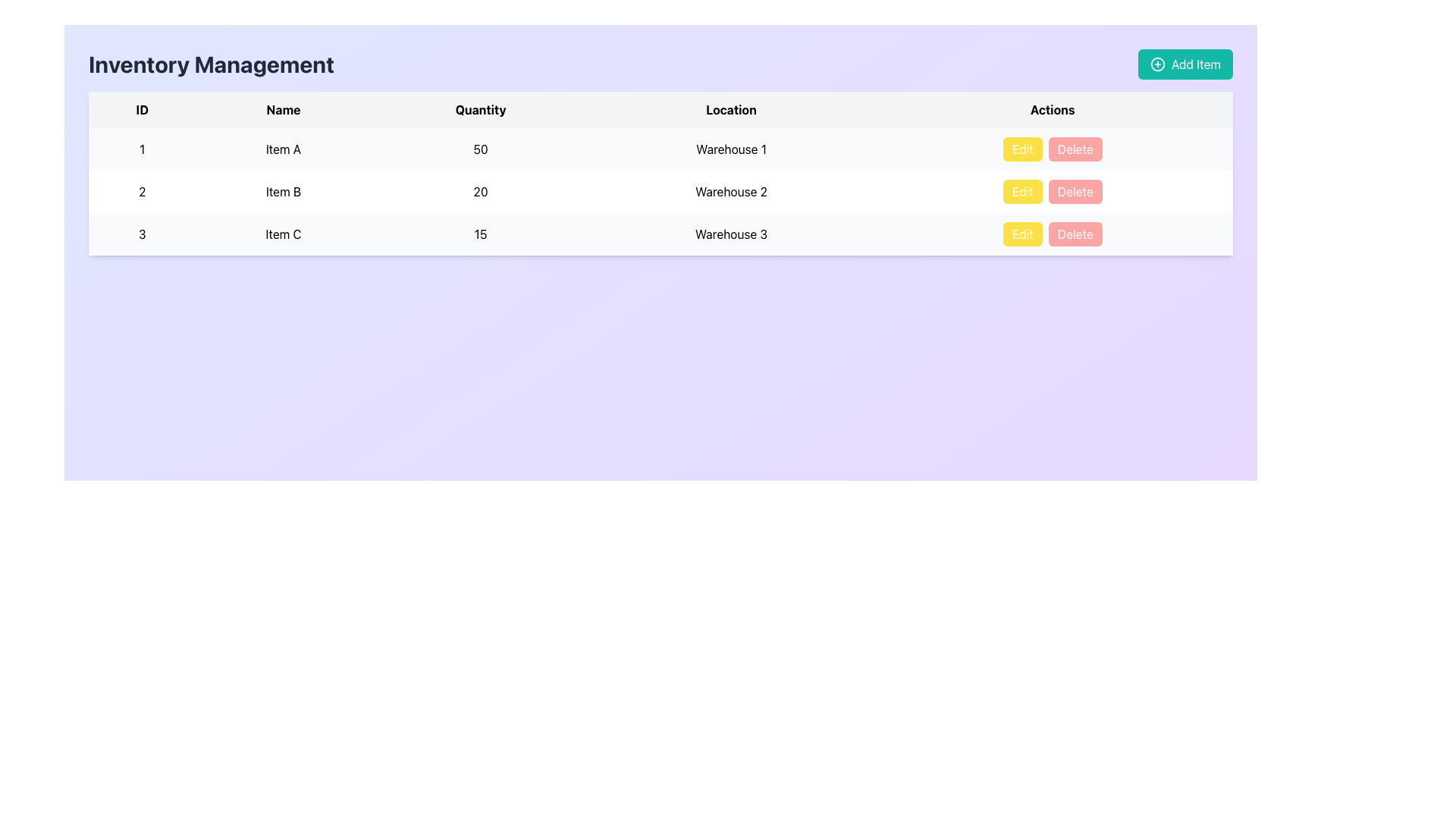 This screenshot has height=819, width=1456. Describe the element at coordinates (1052, 109) in the screenshot. I see `the table header labeled 'Actions', which is styled in bold and centered, located in the far-right column of the table header row` at that location.